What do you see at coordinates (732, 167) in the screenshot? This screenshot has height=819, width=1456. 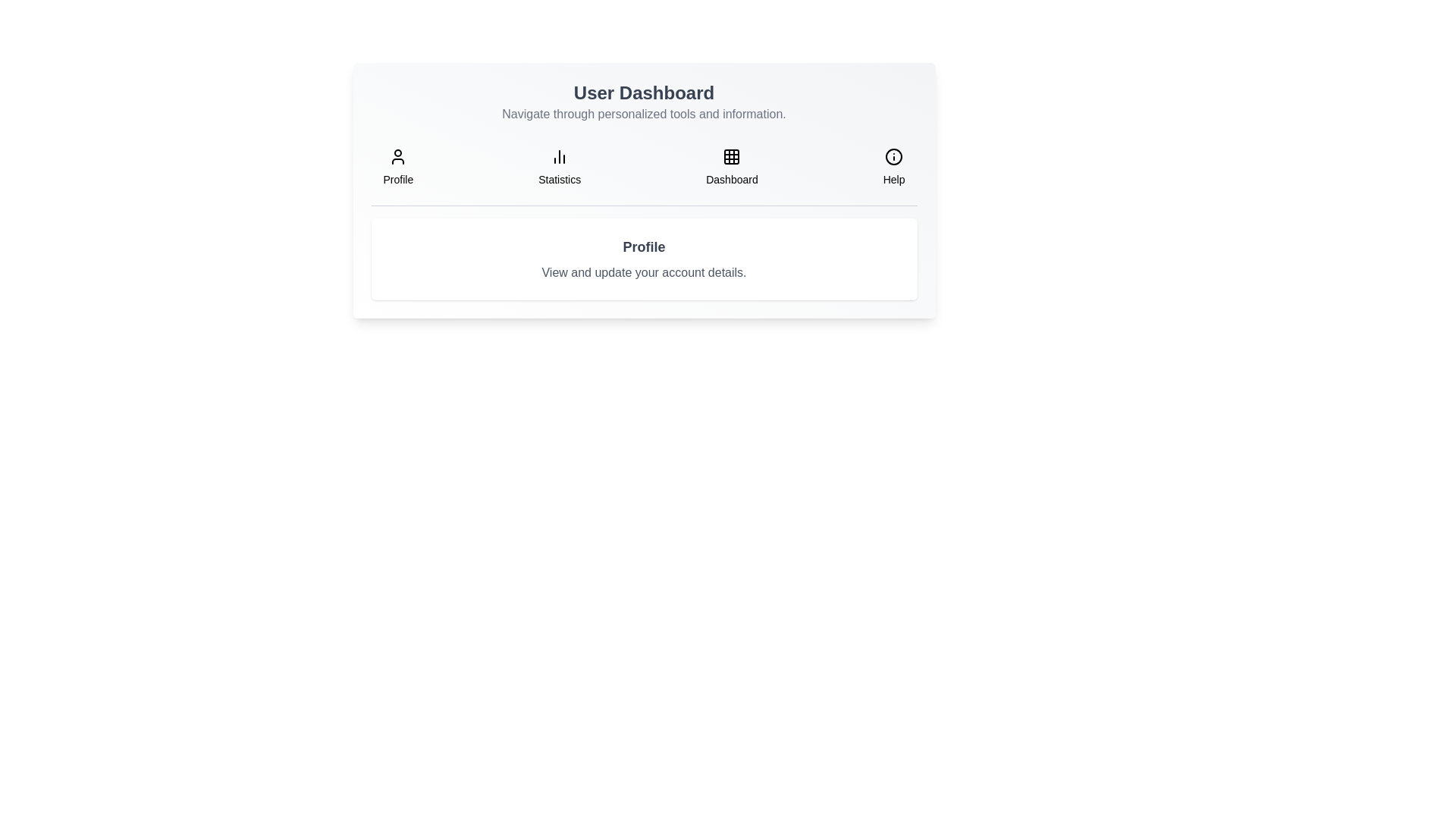 I see `the tab labeled Dashboard to navigate to its content` at bounding box center [732, 167].